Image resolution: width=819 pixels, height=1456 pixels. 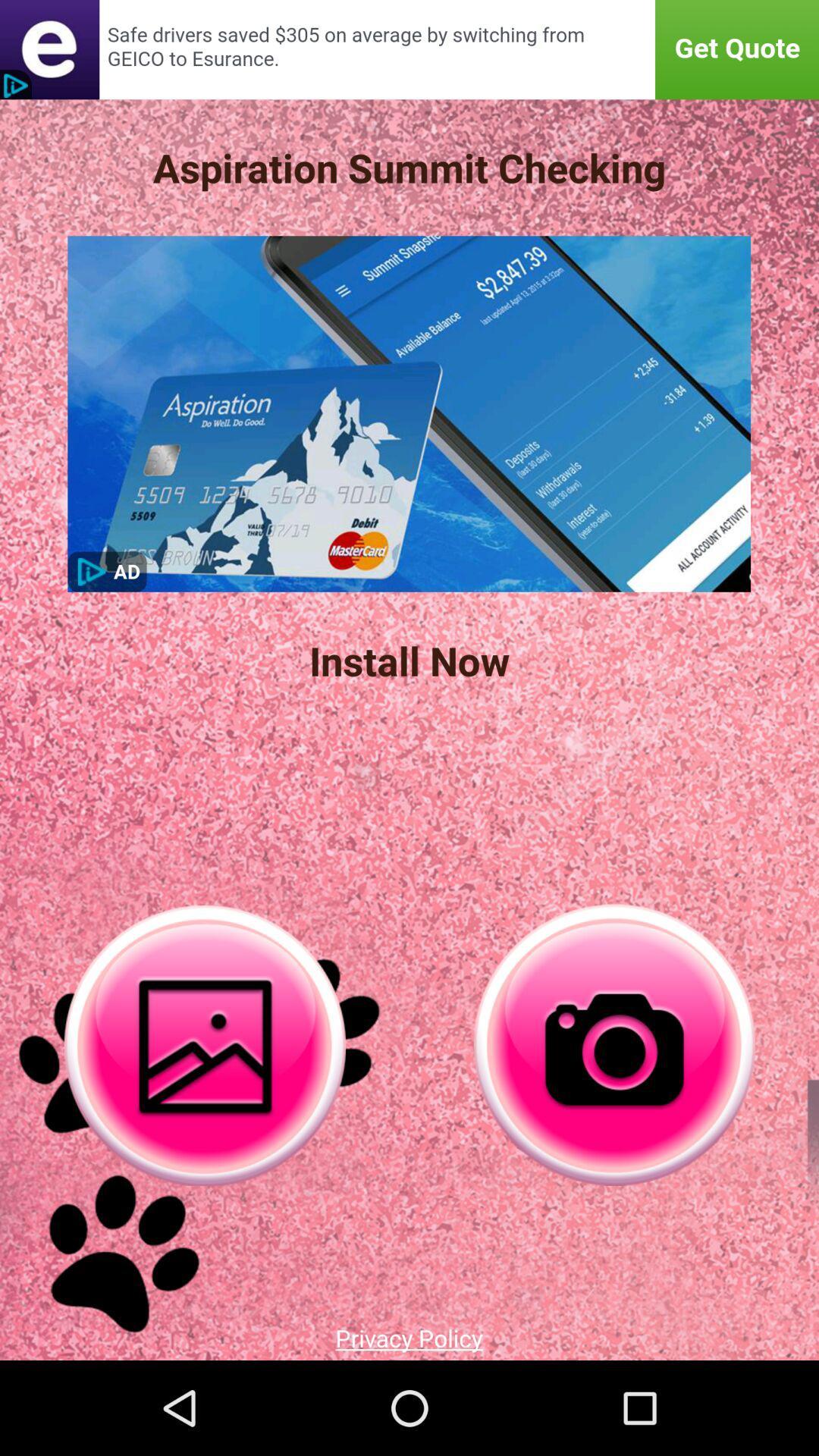 What do you see at coordinates (205, 1044) in the screenshot?
I see `snap shot` at bounding box center [205, 1044].